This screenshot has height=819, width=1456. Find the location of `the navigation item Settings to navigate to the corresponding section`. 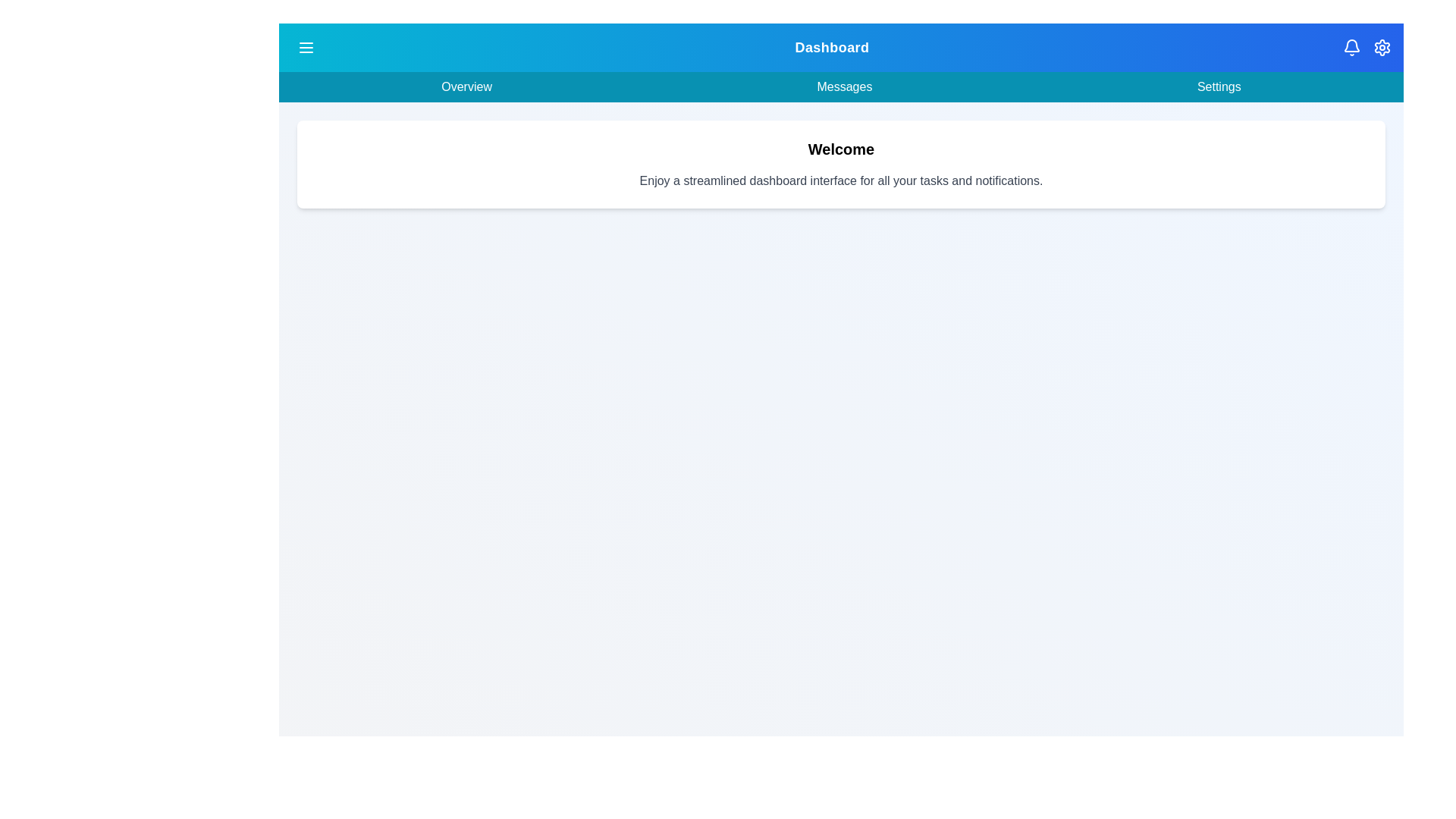

the navigation item Settings to navigate to the corresponding section is located at coordinates (1219, 87).